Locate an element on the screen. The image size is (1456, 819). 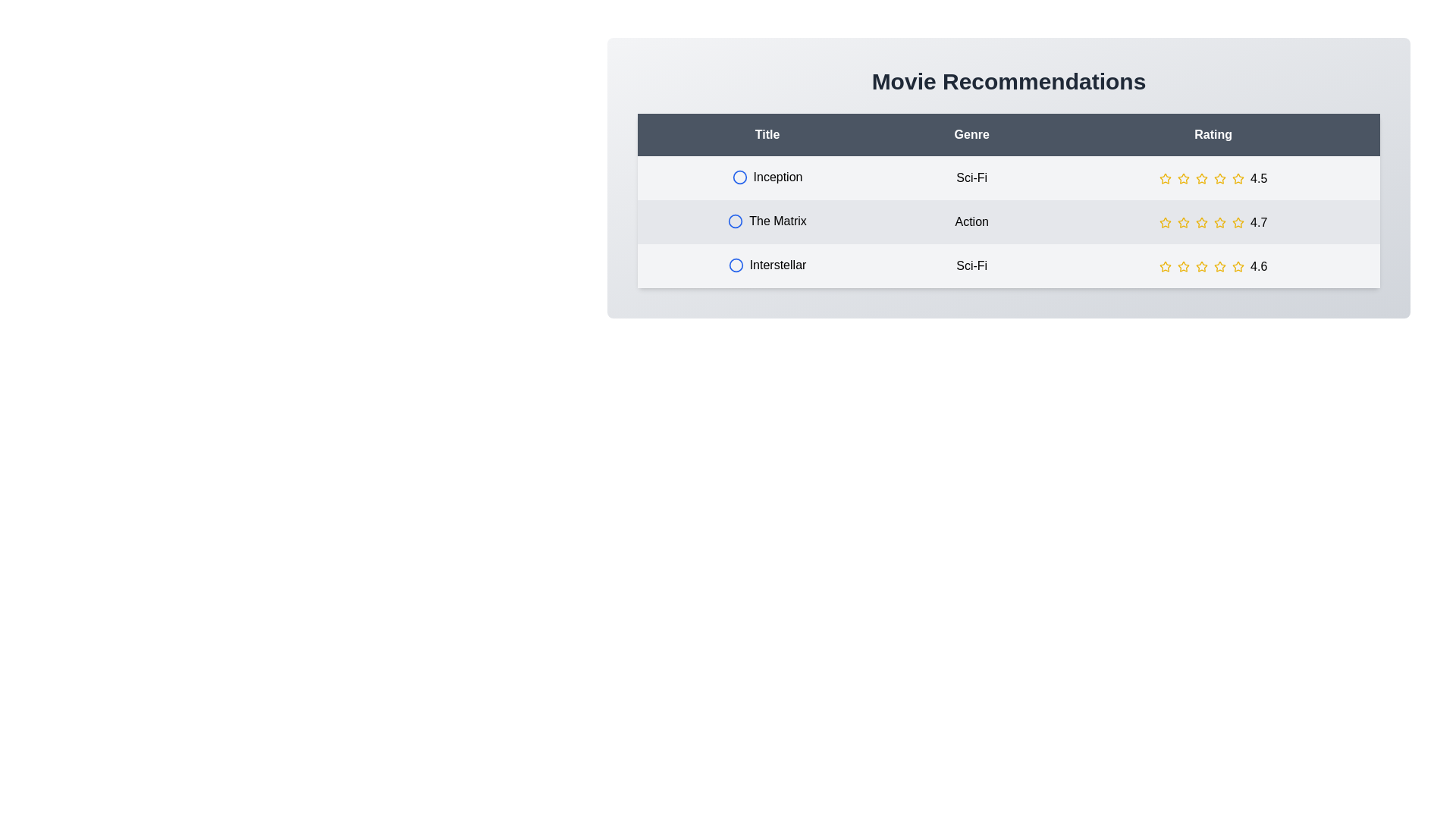
the circle icon next to the movie title Inception is located at coordinates (739, 177).